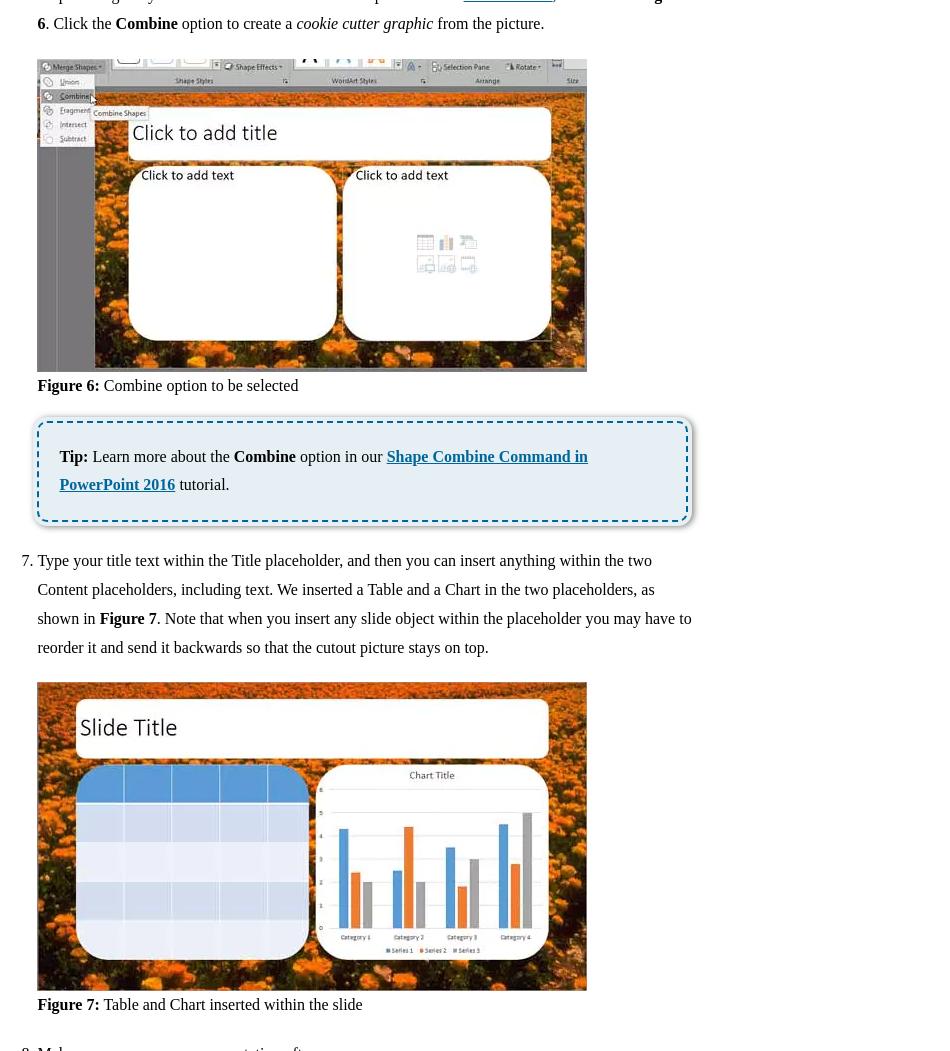  Describe the element at coordinates (322, 469) in the screenshot. I see `'Shape Combine
Command in PowerPoint 2016'` at that location.